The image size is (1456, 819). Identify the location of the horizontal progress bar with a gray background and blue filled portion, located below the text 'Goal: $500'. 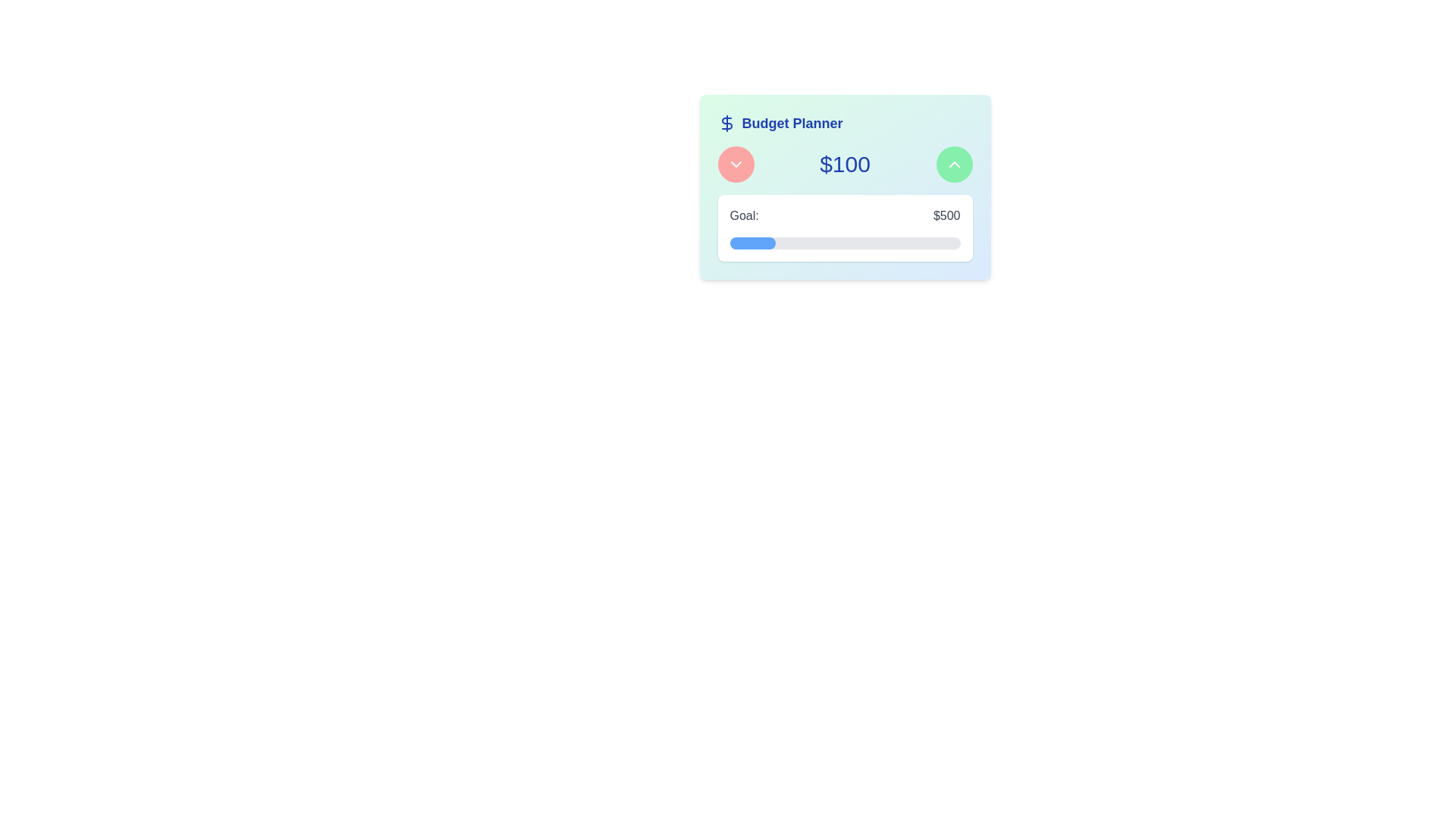
(844, 242).